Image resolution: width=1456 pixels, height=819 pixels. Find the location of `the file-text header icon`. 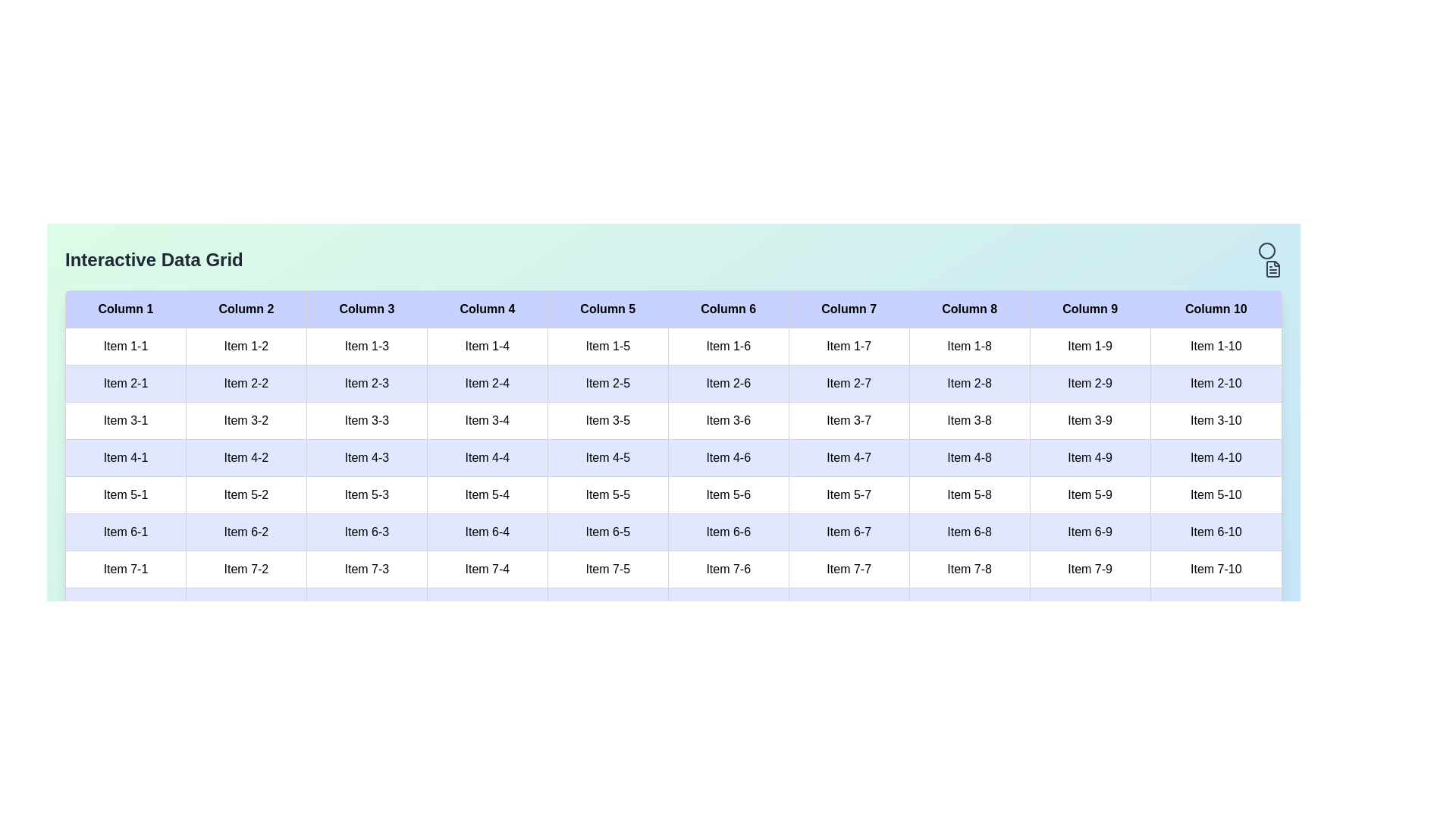

the file-text header icon is located at coordinates (1273, 268).